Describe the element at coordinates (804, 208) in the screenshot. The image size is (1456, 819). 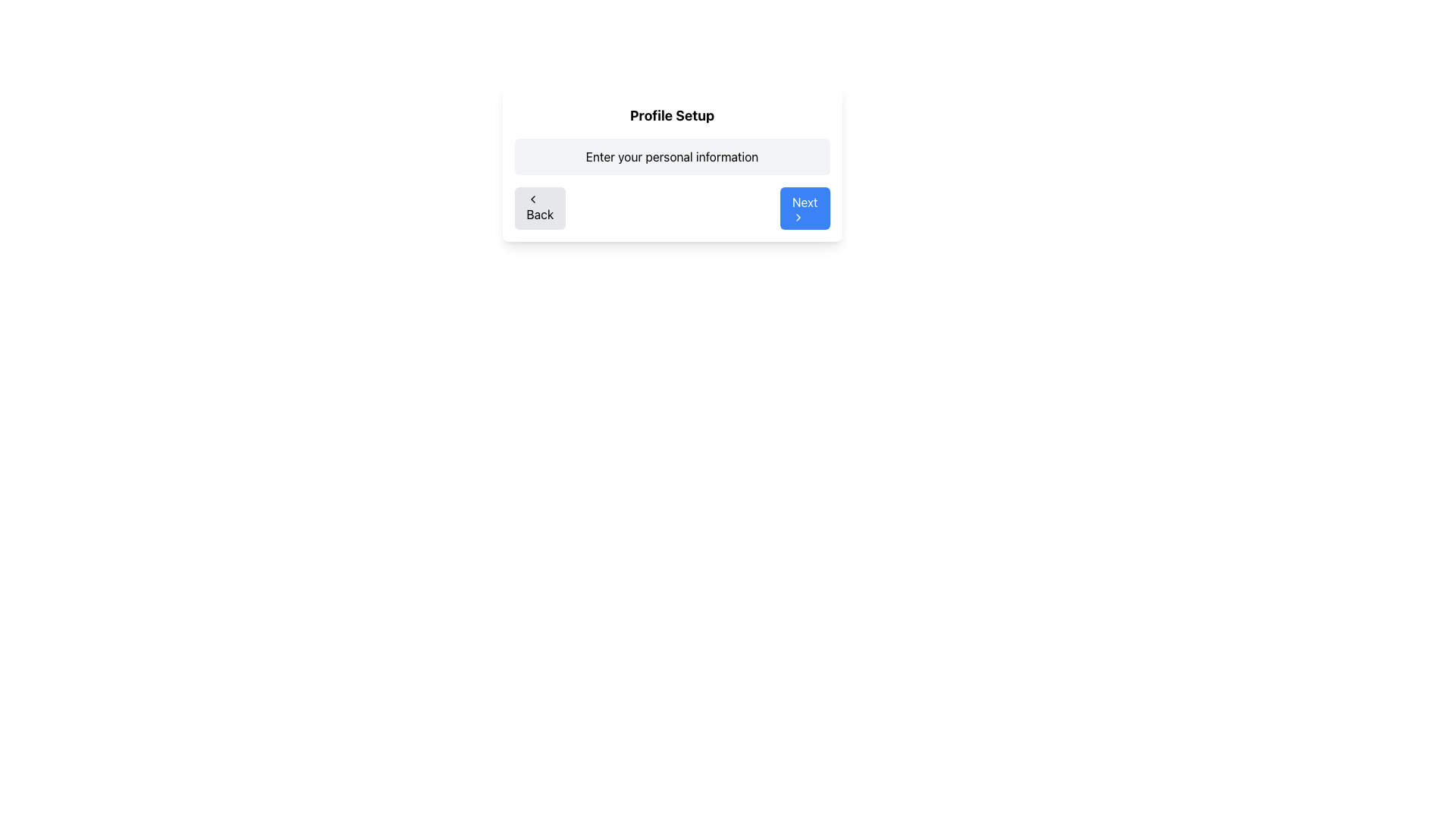
I see `the blue rectangular button labeled 'Next' with a right arrow icon to proceed to the next step` at that location.